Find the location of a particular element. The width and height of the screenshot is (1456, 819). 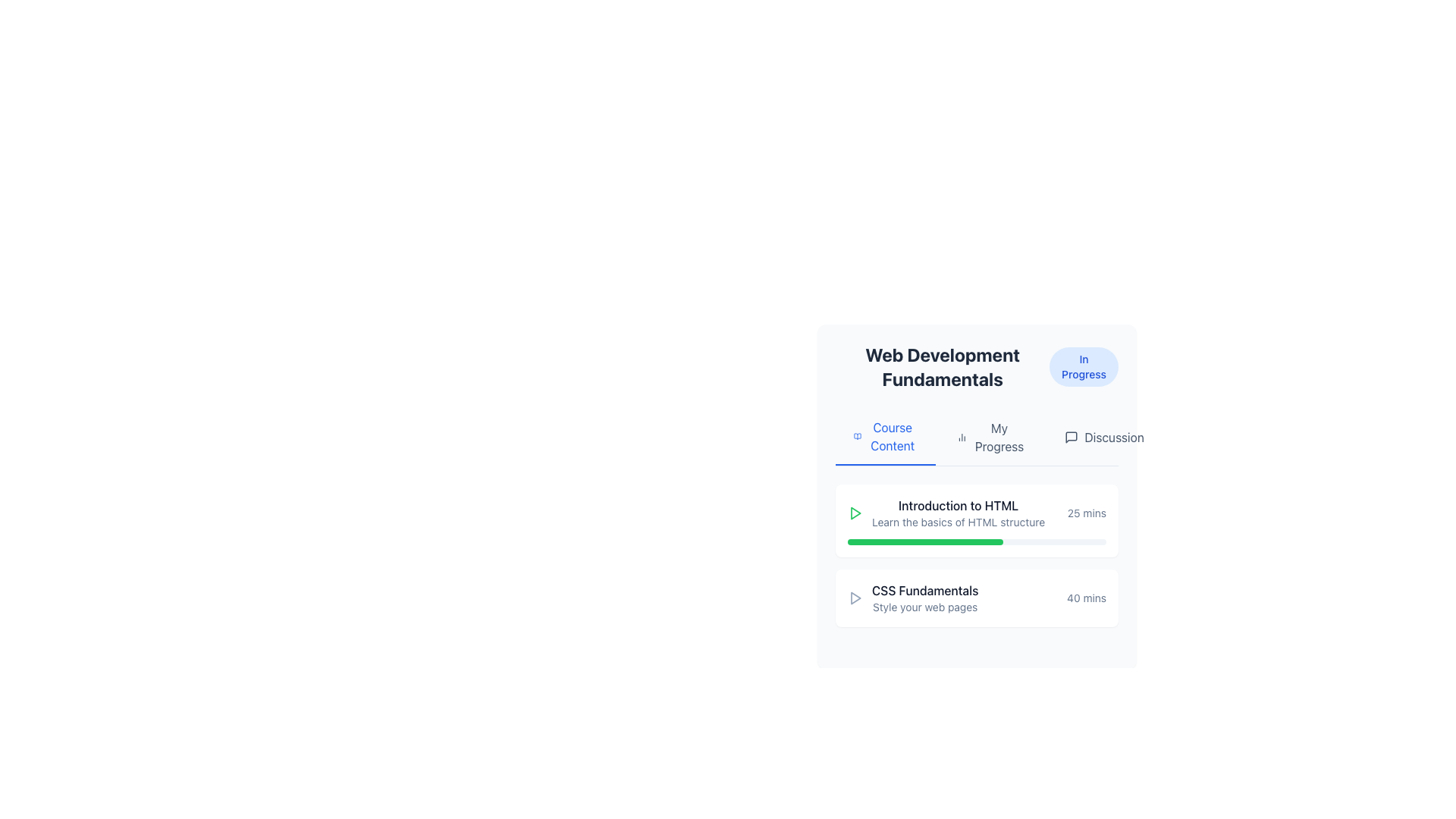

the 'Discussion' button in the navigation bar is located at coordinates (1103, 438).